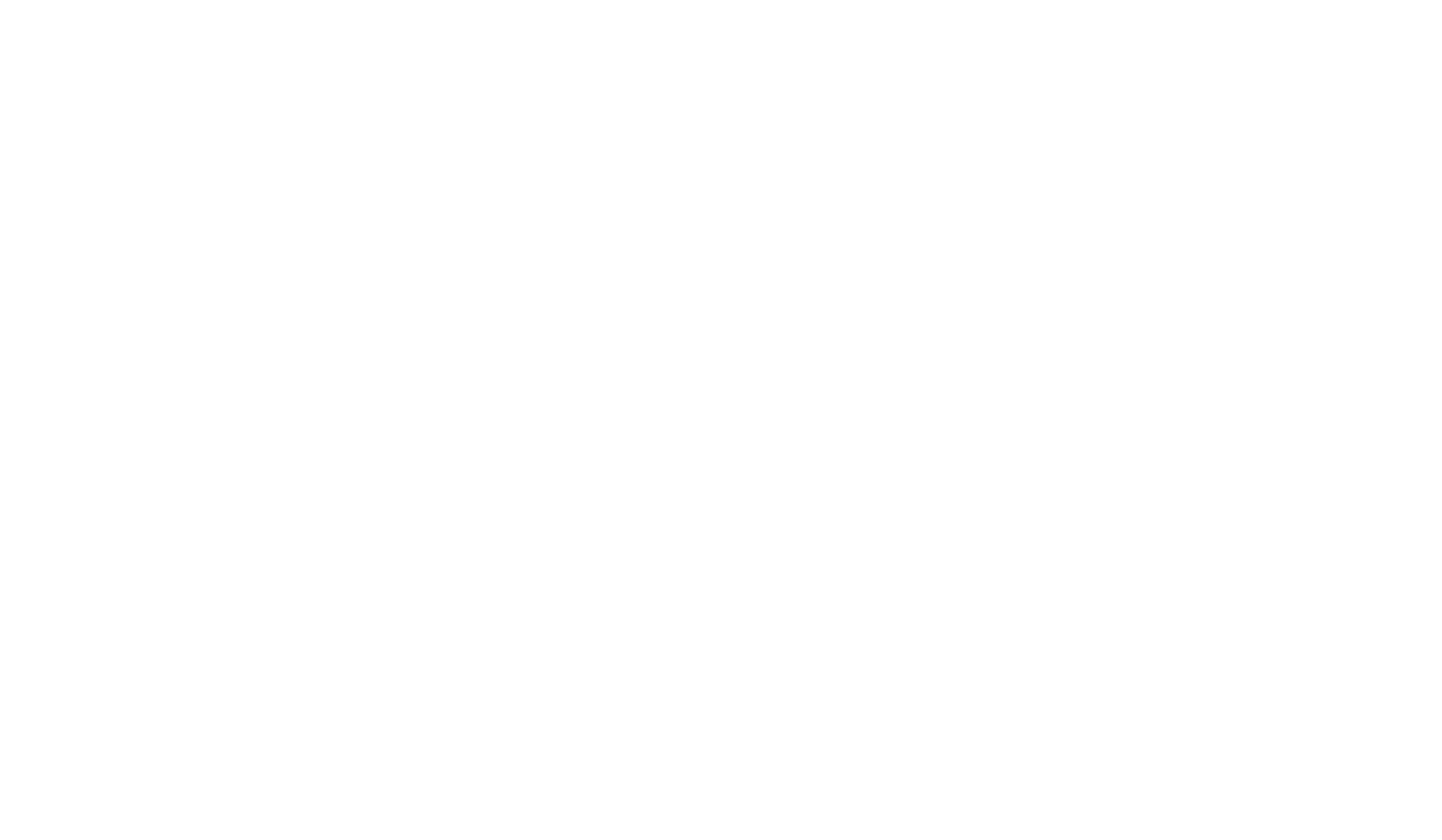 Image resolution: width=1442 pixels, height=840 pixels. Describe the element at coordinates (246, 673) in the screenshot. I see `'Years Open'` at that location.